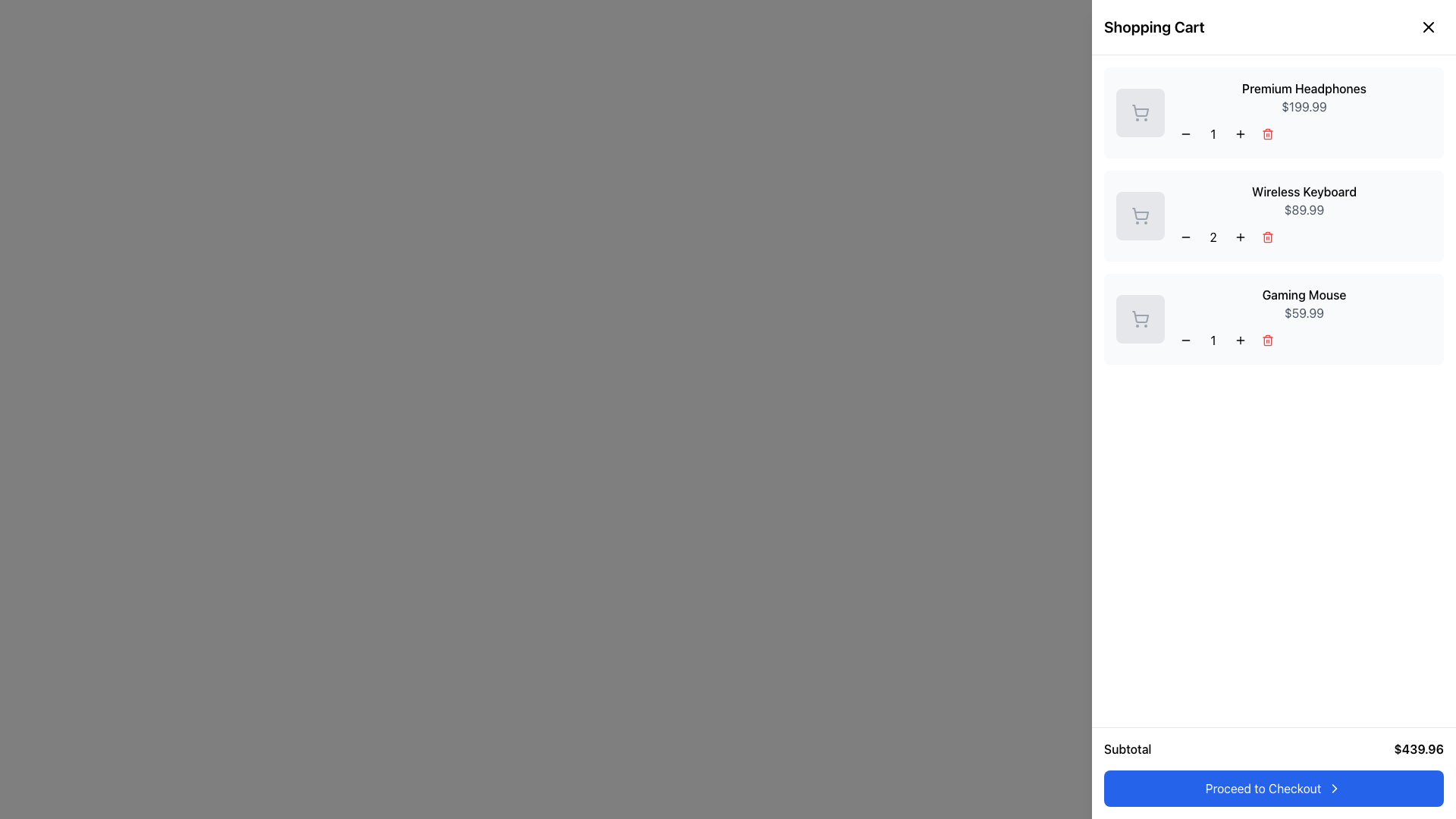  What do you see at coordinates (1427, 27) in the screenshot?
I see `the circular button with an 'X' icon located in the top-right corner of the shopping cart interface` at bounding box center [1427, 27].